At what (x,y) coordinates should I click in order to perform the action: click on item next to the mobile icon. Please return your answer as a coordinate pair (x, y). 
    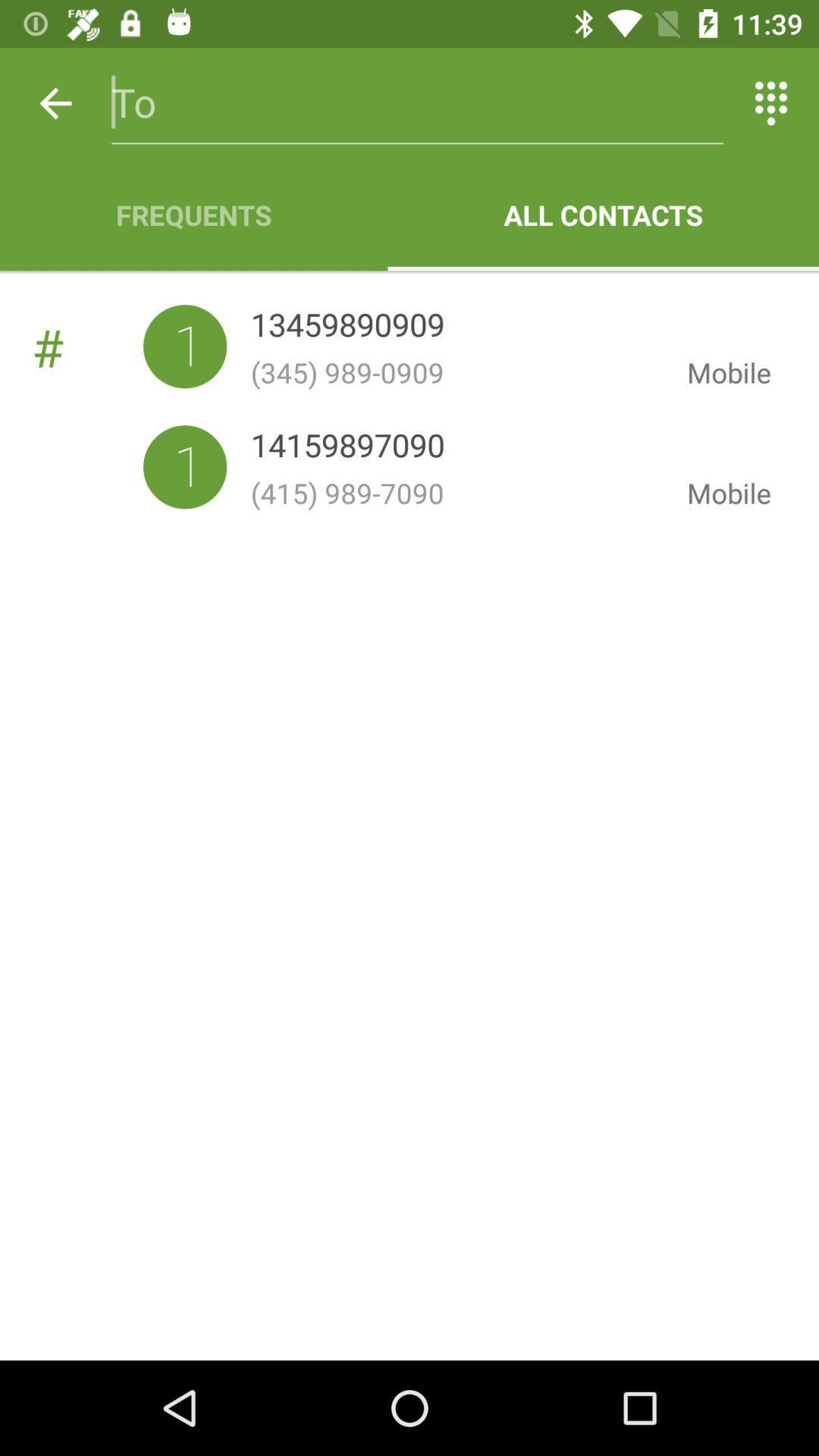
    Looking at the image, I should click on (347, 327).